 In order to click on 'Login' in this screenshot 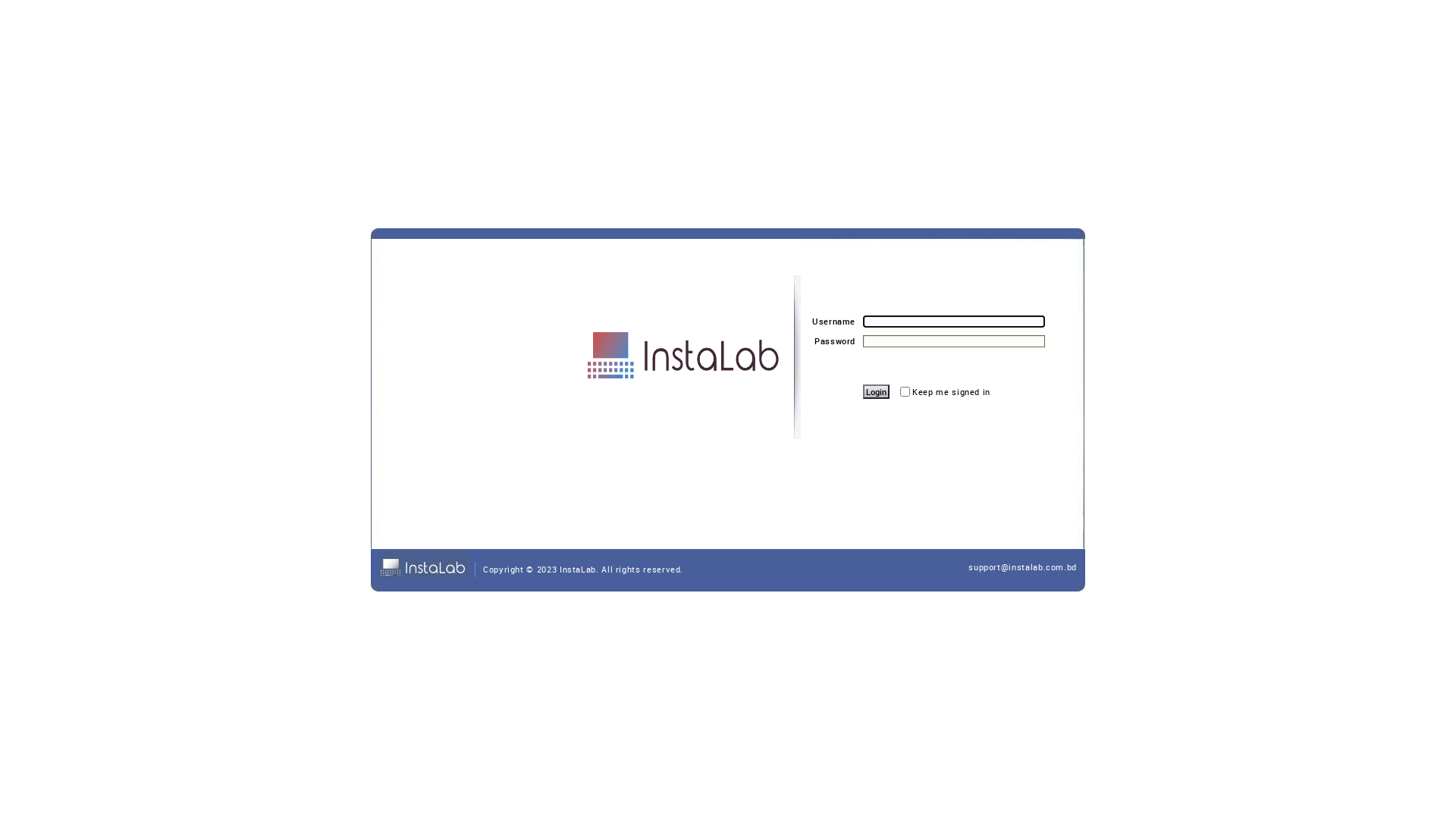, I will do `click(862, 391)`.